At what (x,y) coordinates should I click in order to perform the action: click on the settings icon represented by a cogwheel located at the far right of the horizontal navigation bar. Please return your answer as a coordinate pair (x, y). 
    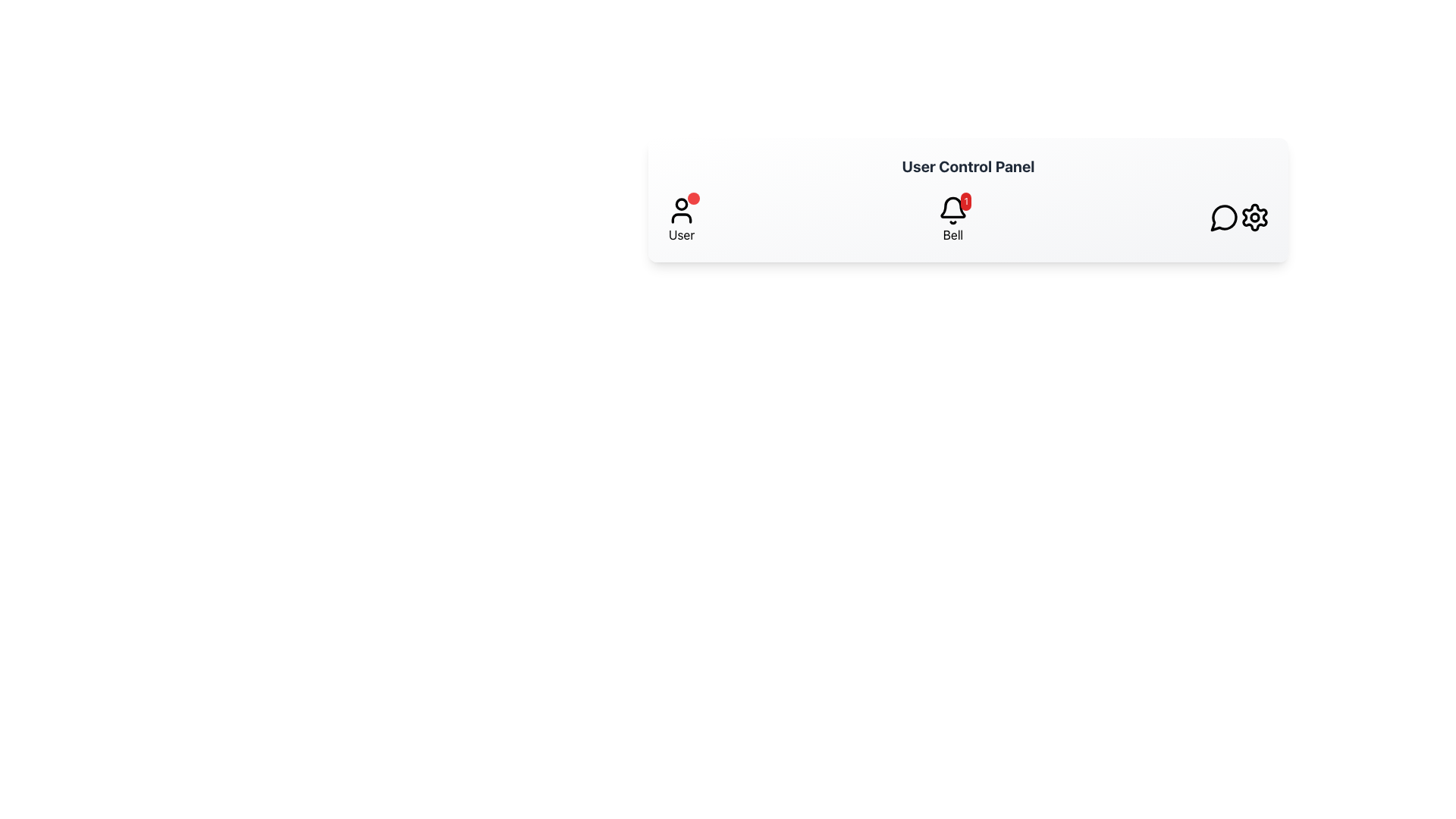
    Looking at the image, I should click on (1255, 217).